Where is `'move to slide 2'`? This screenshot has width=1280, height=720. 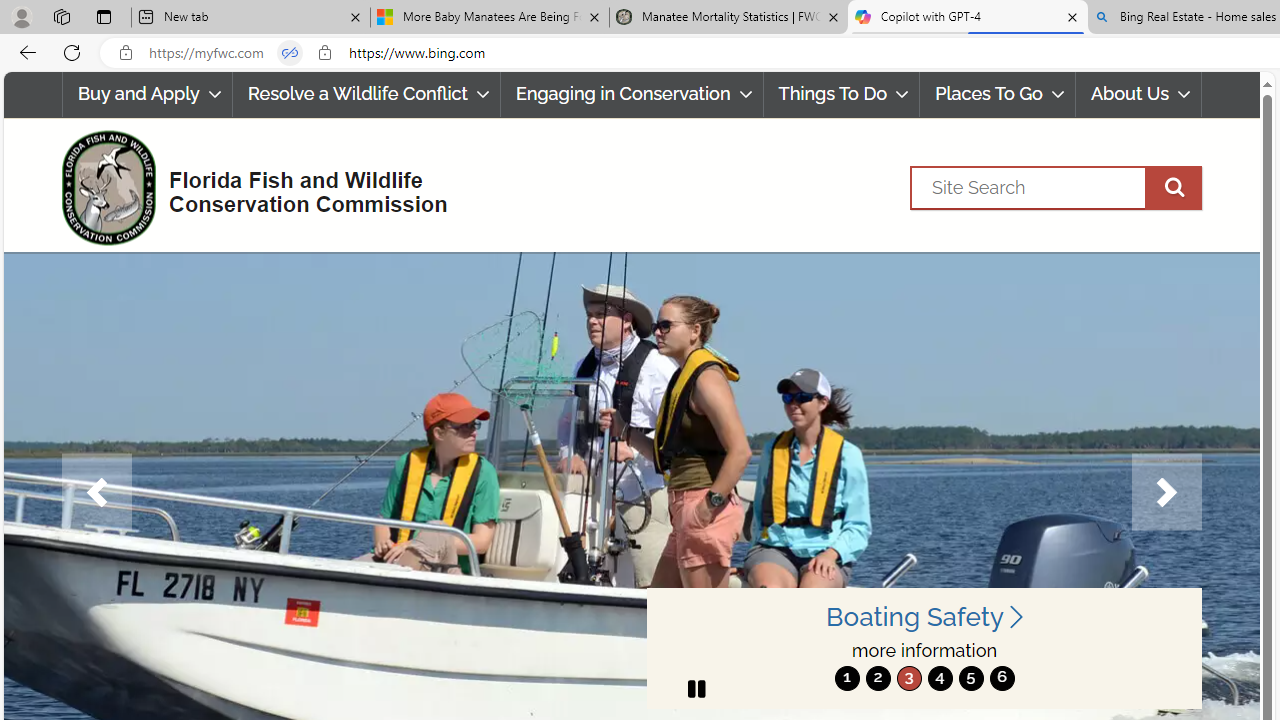
'move to slide 2' is located at coordinates (878, 677).